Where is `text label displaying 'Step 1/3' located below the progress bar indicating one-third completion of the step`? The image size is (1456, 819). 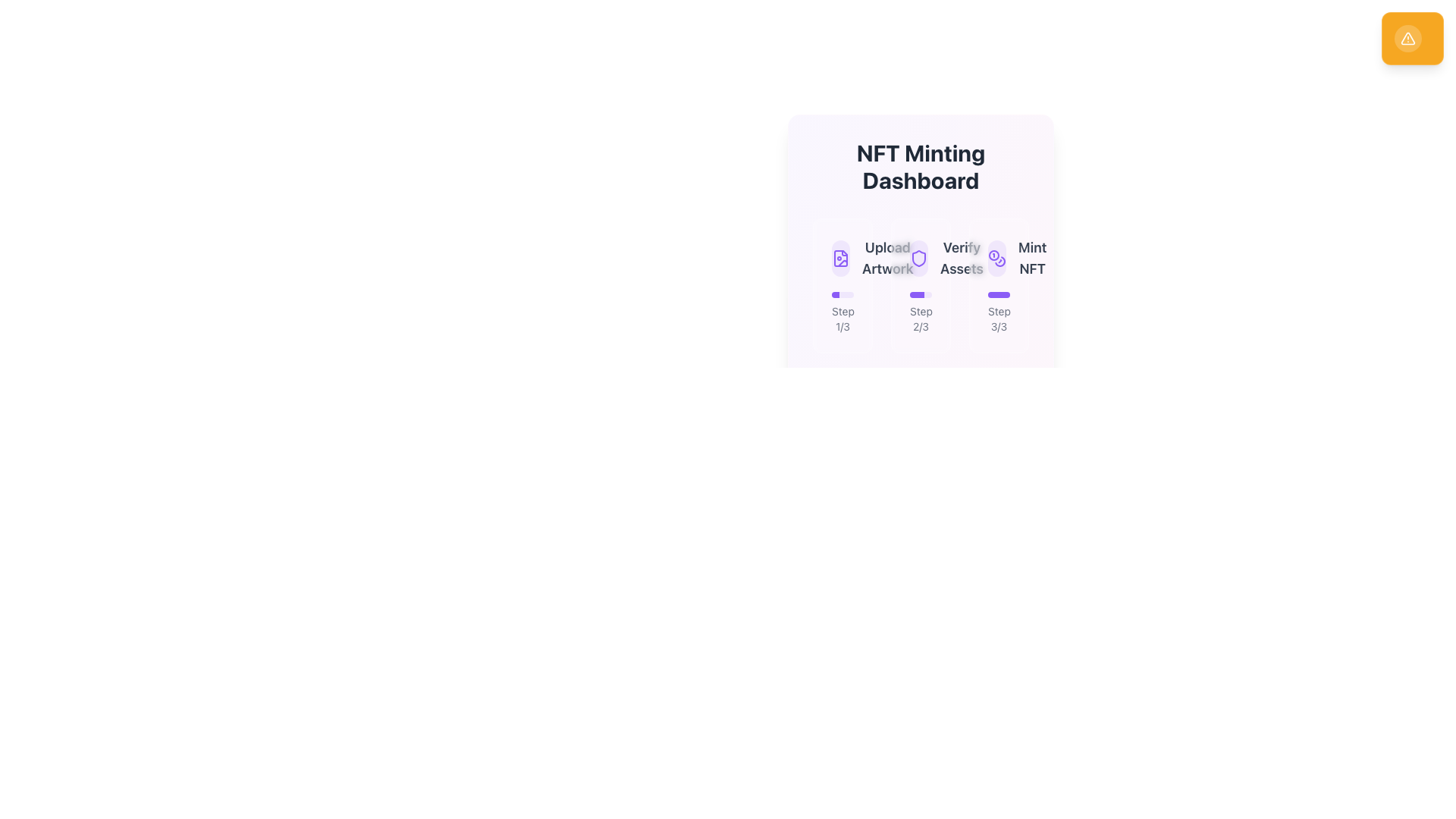
text label displaying 'Step 1/3' located below the progress bar indicating one-third completion of the step is located at coordinates (842, 318).